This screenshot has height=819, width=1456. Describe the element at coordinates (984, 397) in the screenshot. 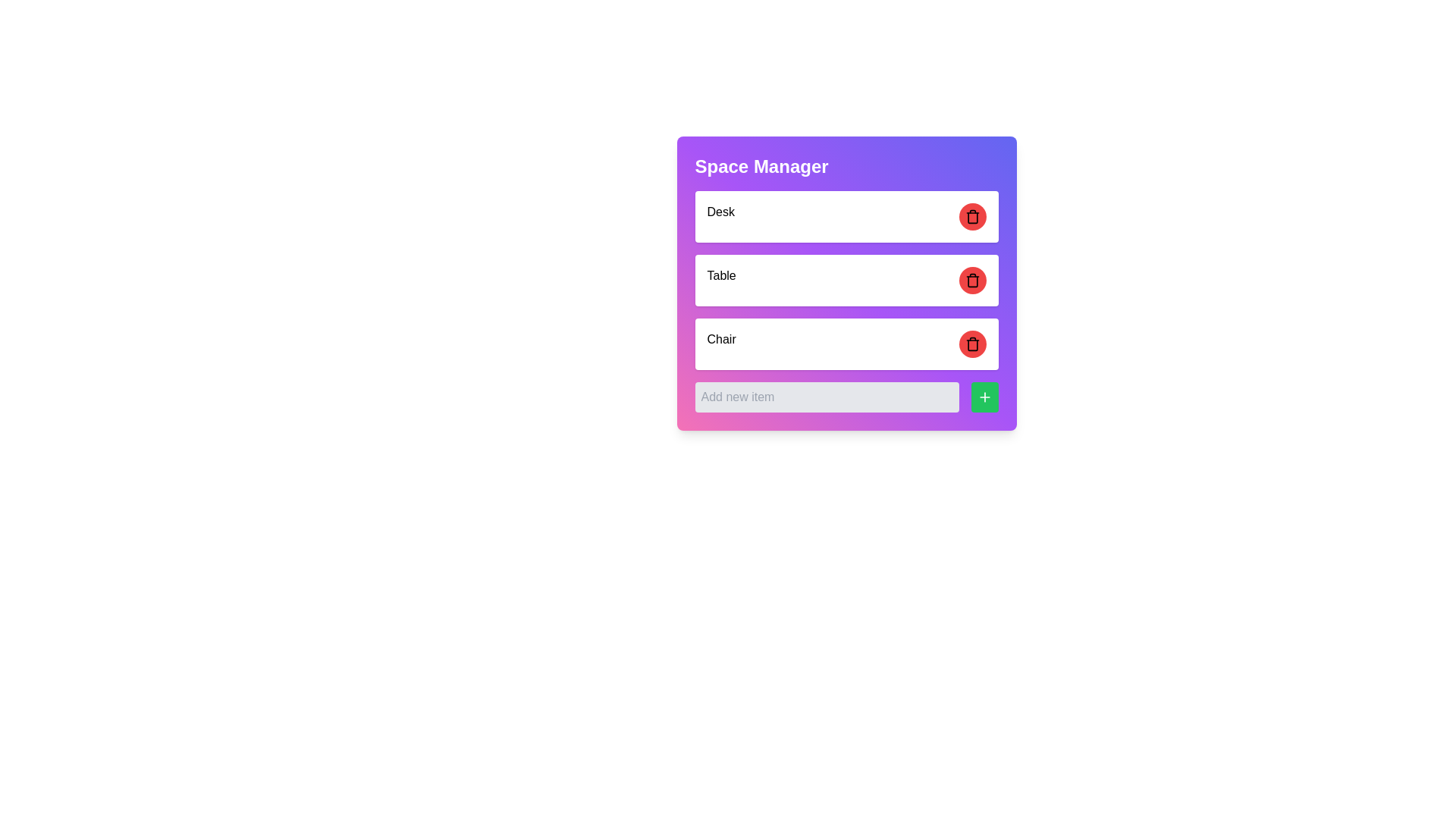

I see `the green rounded rectangular button with a plus sign icon at the far right of the layout` at that location.